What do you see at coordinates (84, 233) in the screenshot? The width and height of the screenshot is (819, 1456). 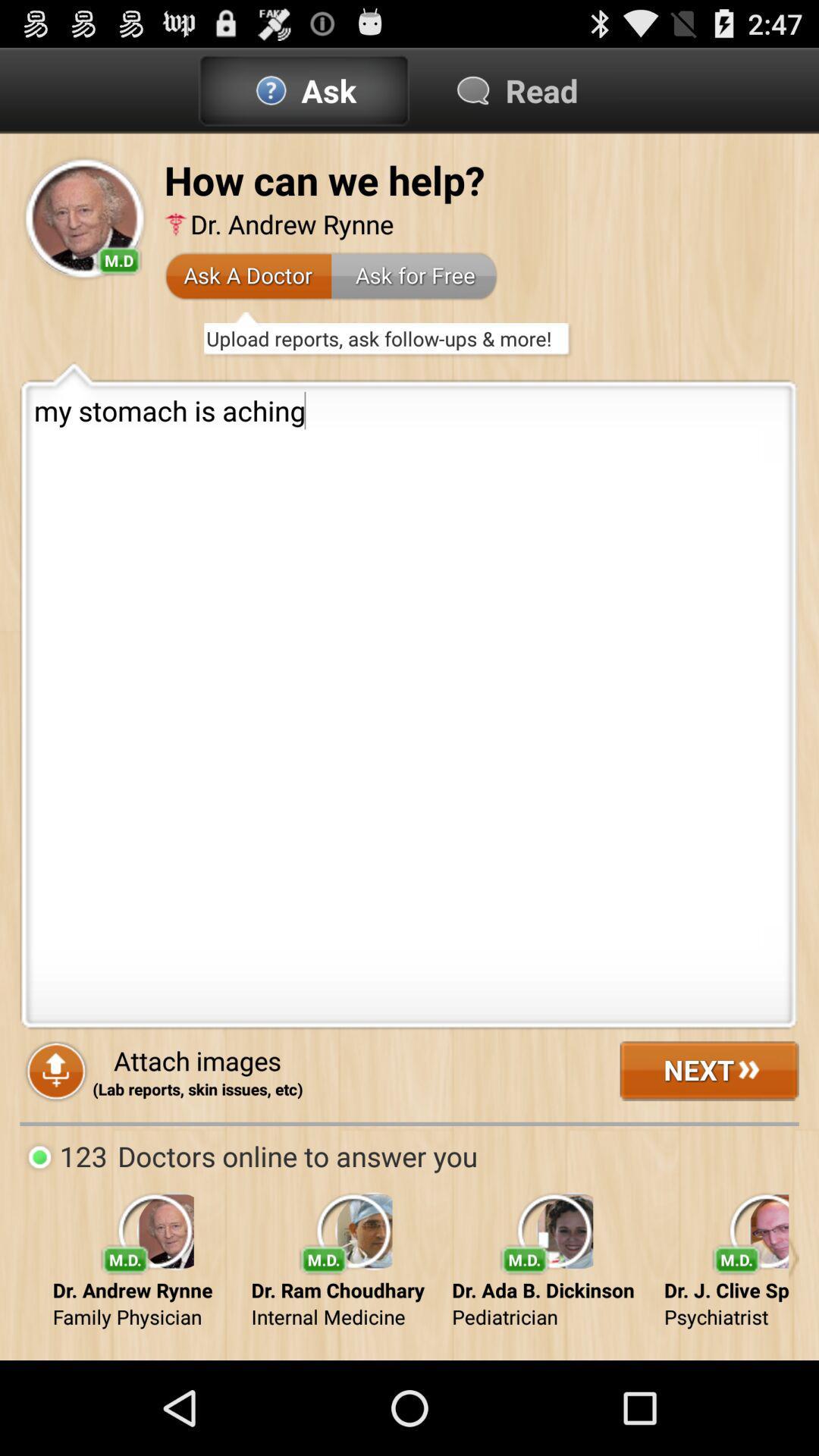 I see `the avatar icon` at bounding box center [84, 233].